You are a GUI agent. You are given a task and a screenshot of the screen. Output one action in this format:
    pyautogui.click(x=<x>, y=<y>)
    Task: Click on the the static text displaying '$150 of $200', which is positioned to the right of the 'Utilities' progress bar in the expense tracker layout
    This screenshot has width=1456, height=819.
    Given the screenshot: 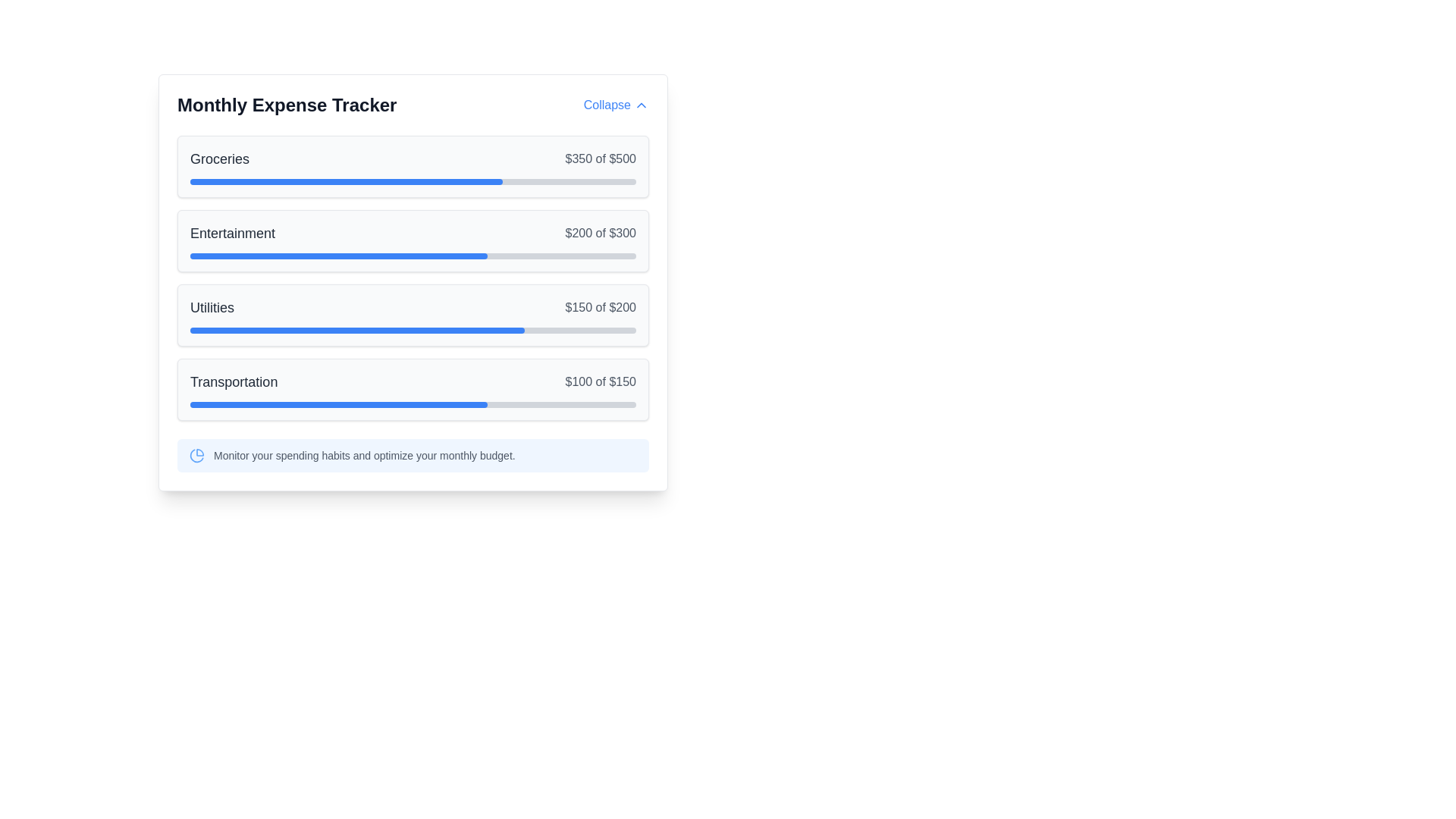 What is the action you would take?
    pyautogui.click(x=600, y=307)
    